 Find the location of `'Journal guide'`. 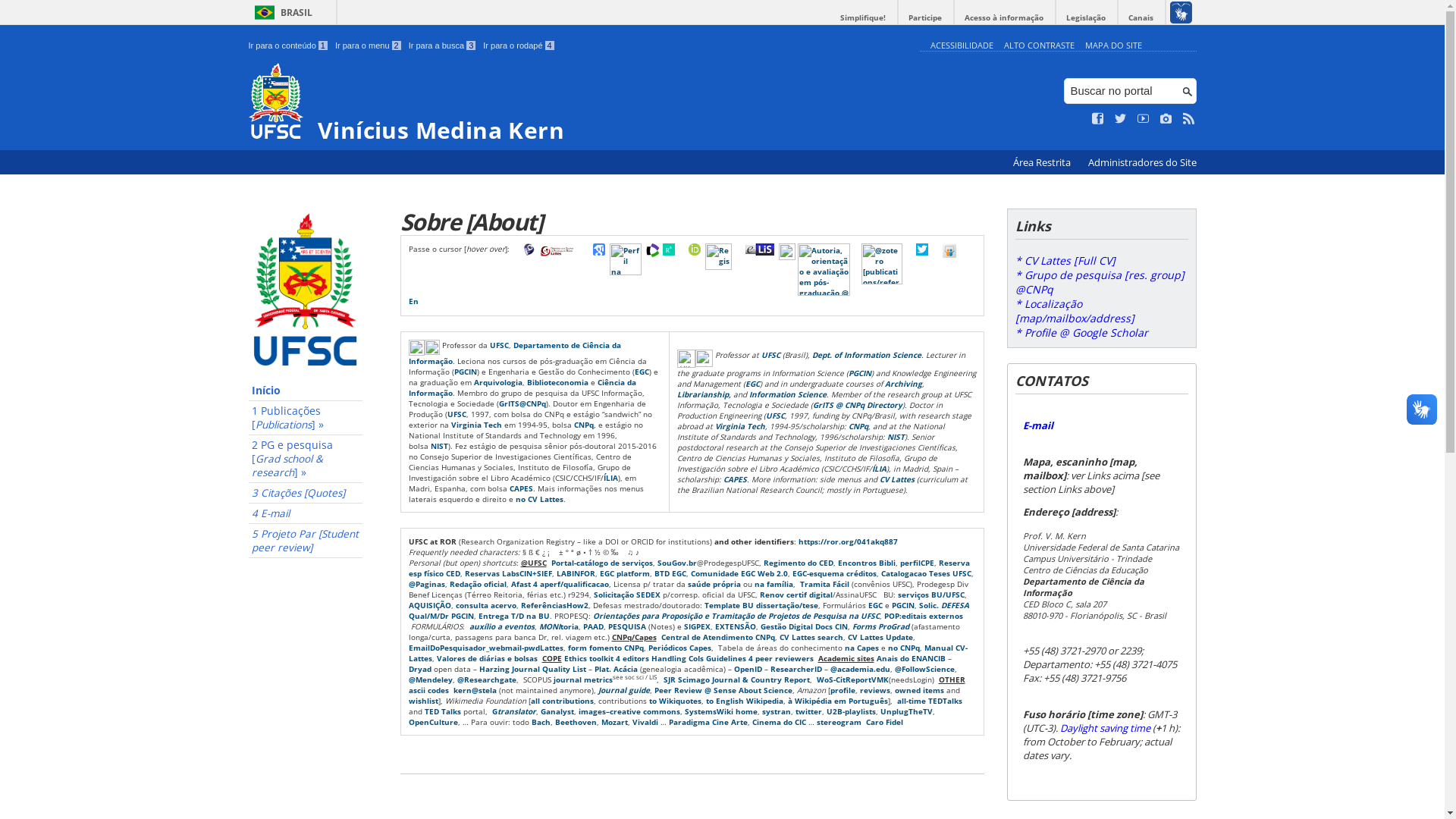

'Journal guide' is located at coordinates (623, 690).